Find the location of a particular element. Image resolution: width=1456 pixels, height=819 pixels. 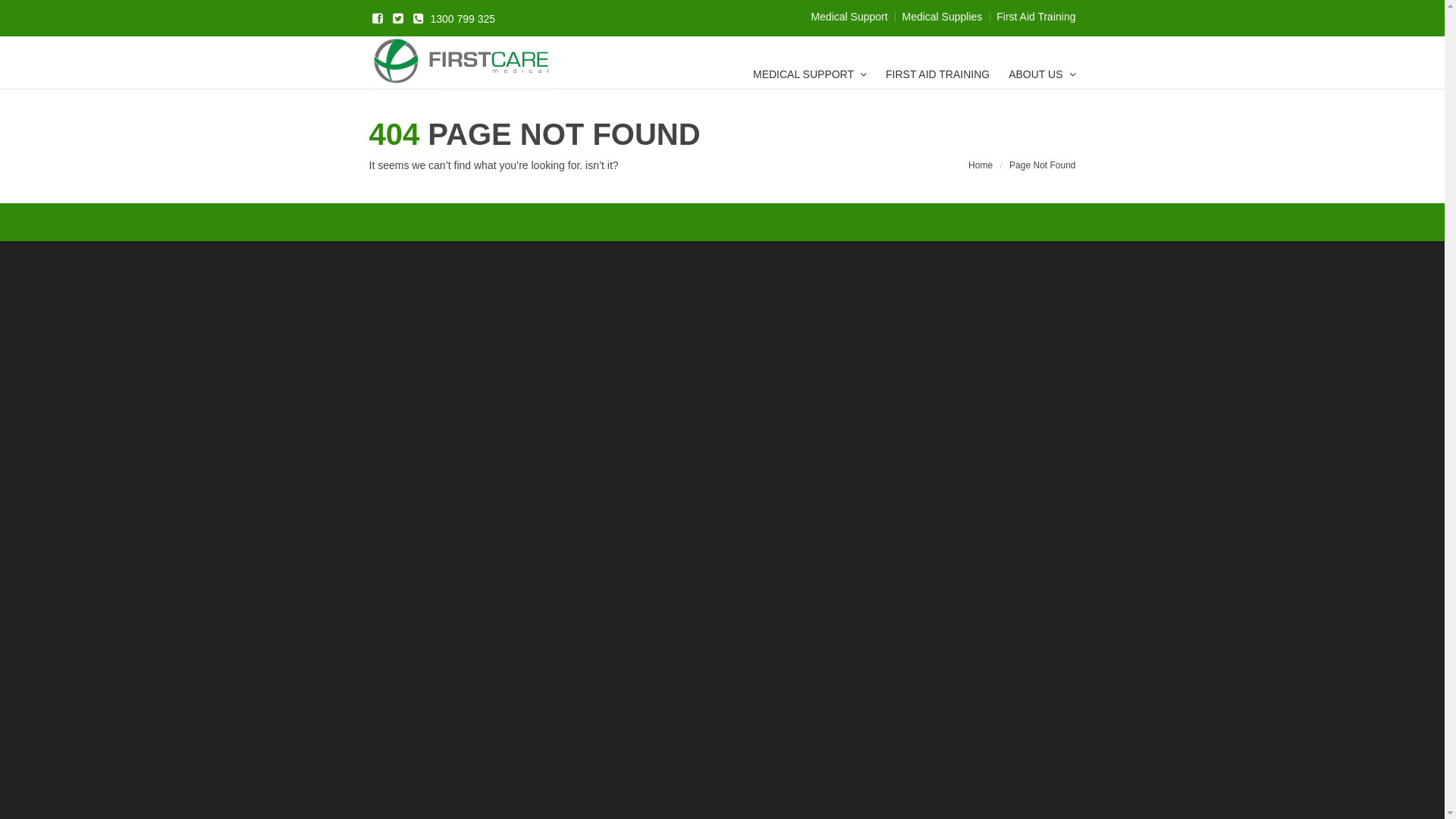

'ABOUT US' is located at coordinates (1008, 75).